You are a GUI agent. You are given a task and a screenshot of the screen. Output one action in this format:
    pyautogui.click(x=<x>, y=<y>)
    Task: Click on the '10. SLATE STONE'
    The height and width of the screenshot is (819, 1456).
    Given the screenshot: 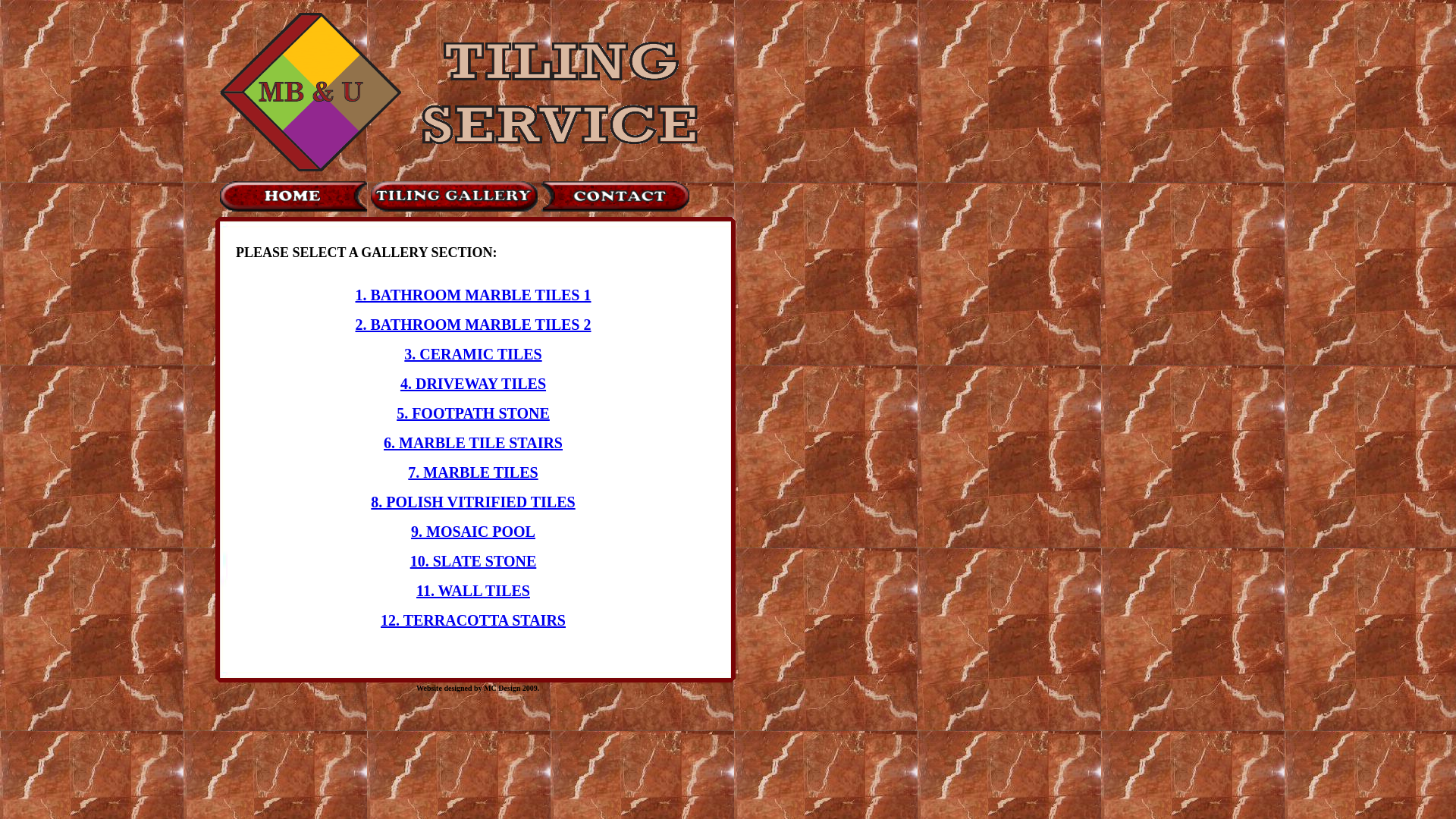 What is the action you would take?
    pyautogui.click(x=472, y=561)
    